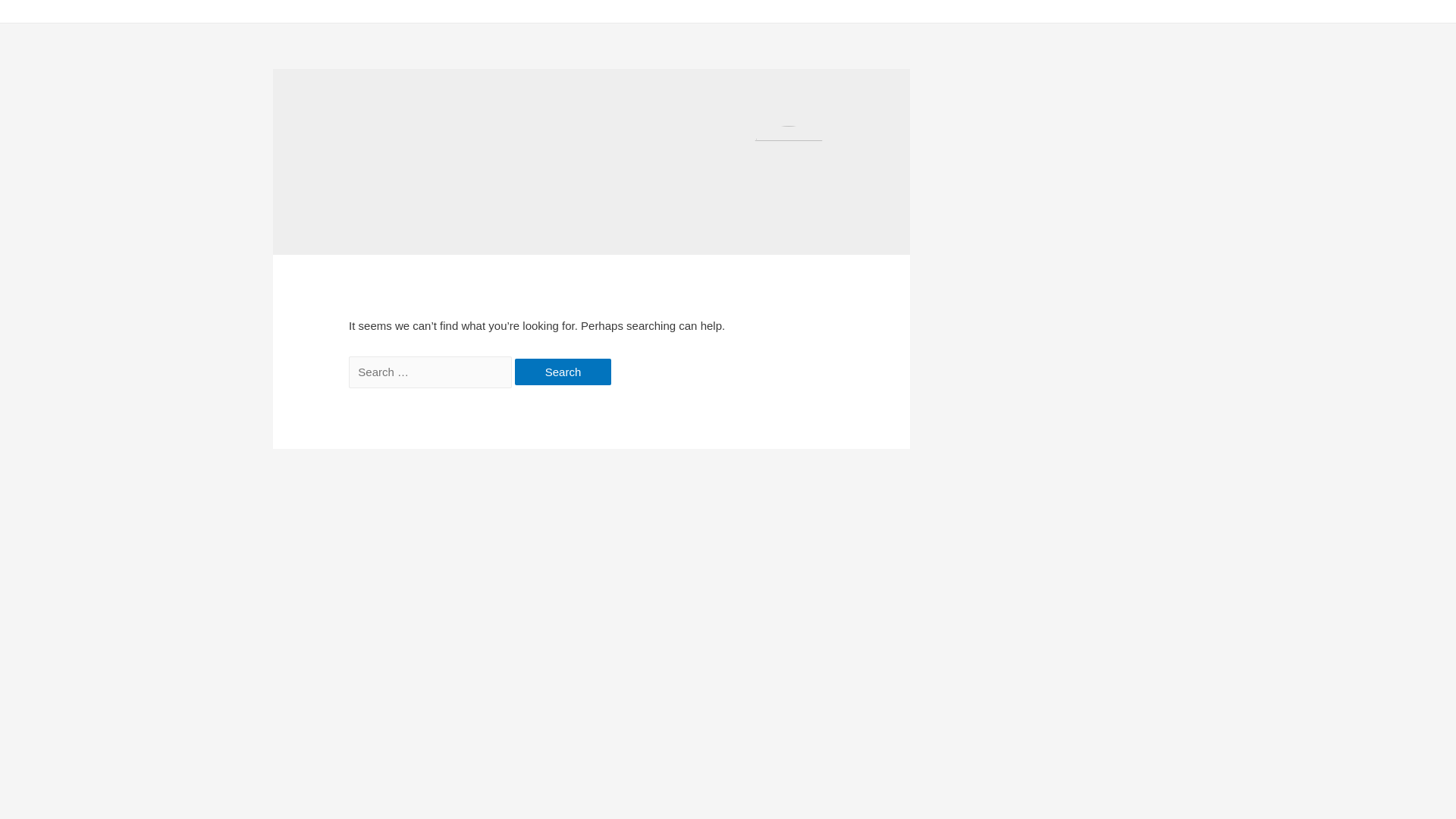 The height and width of the screenshot is (819, 1456). Describe the element at coordinates (563, 372) in the screenshot. I see `'Search'` at that location.